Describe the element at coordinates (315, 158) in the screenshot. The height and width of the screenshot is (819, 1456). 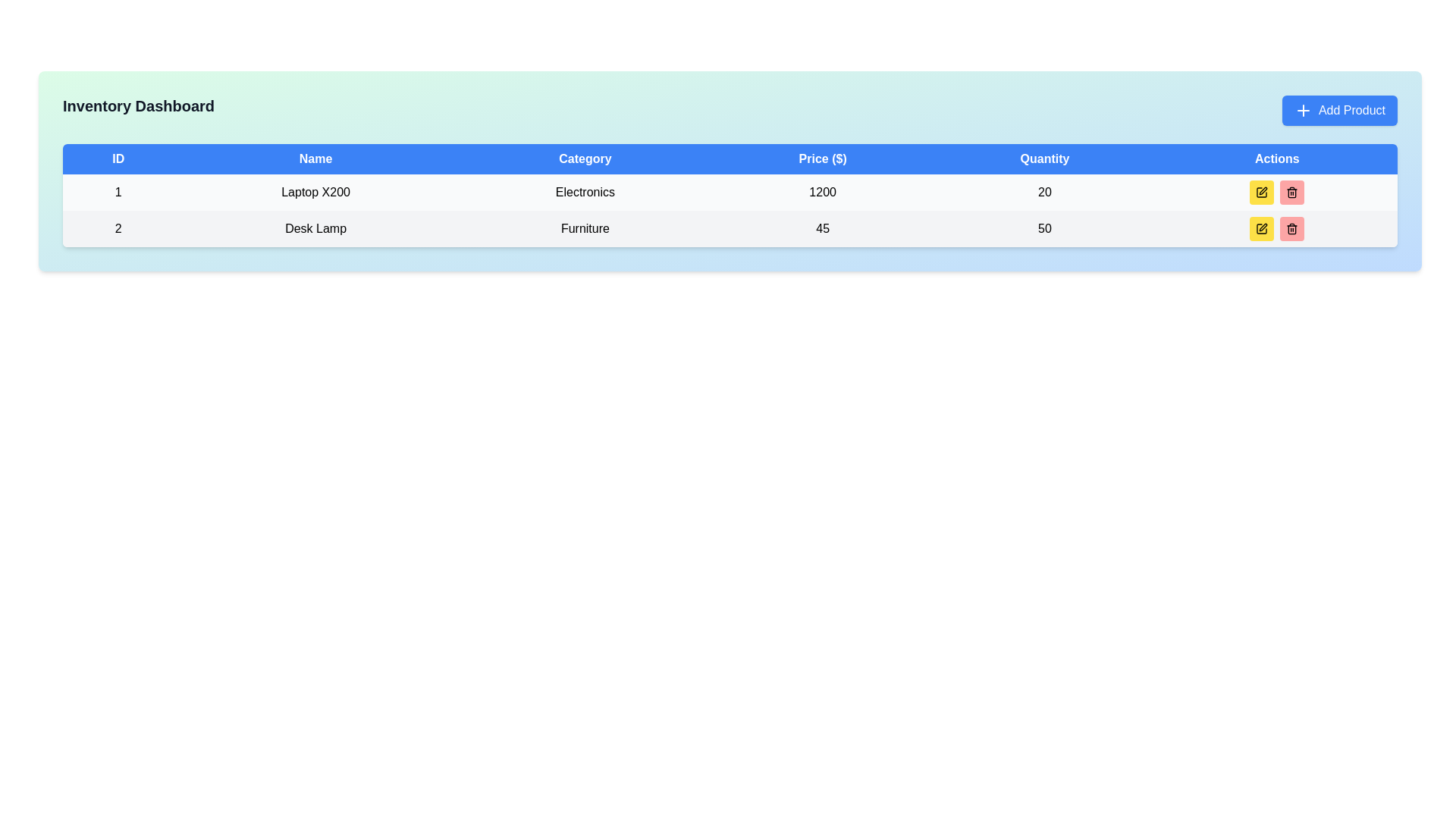
I see `the 'Name' table header element, which is the second column header in the table, featuring white text on a blue background` at that location.